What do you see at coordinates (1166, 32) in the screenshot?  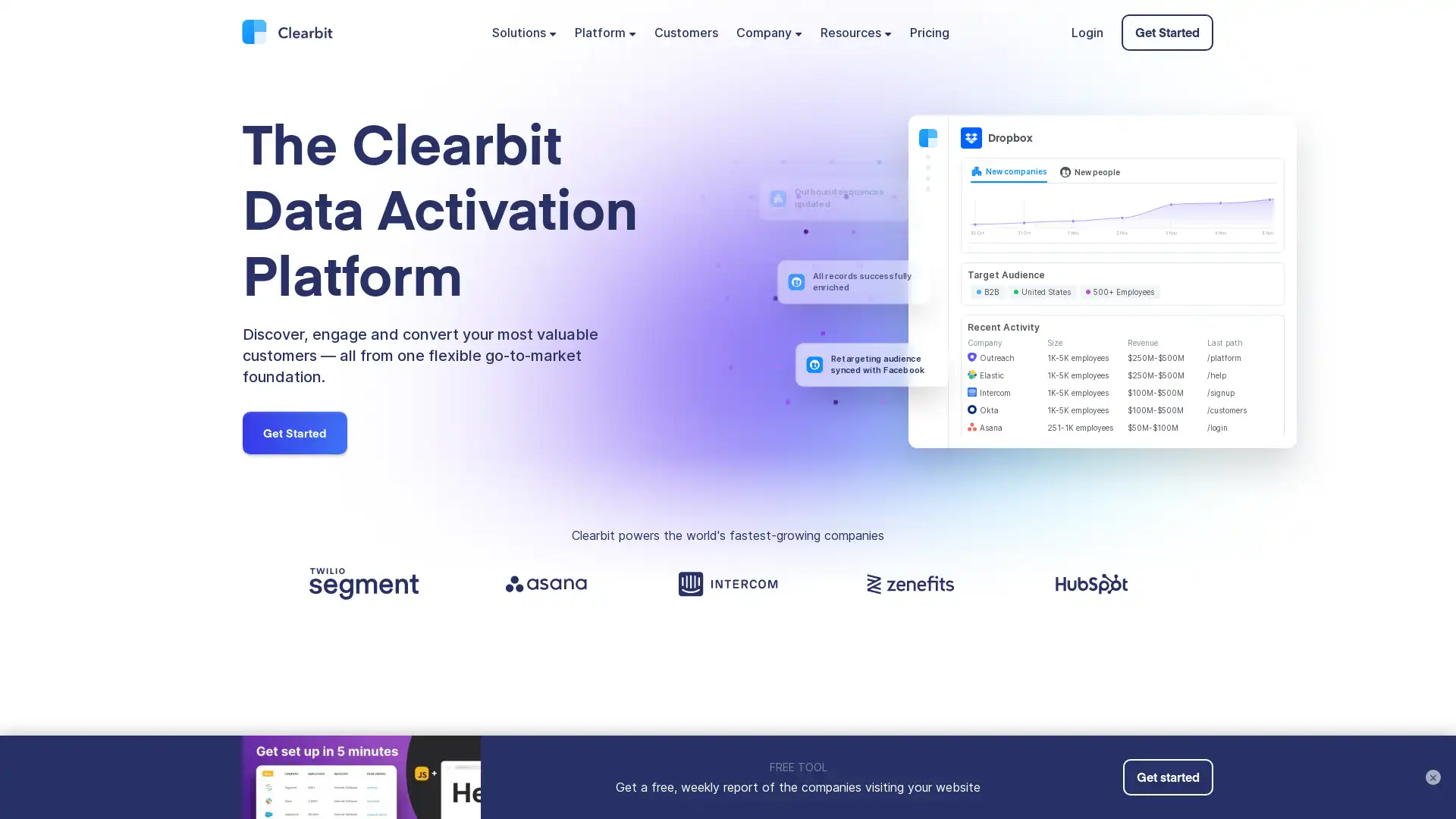 I see `Get Started` at bounding box center [1166, 32].